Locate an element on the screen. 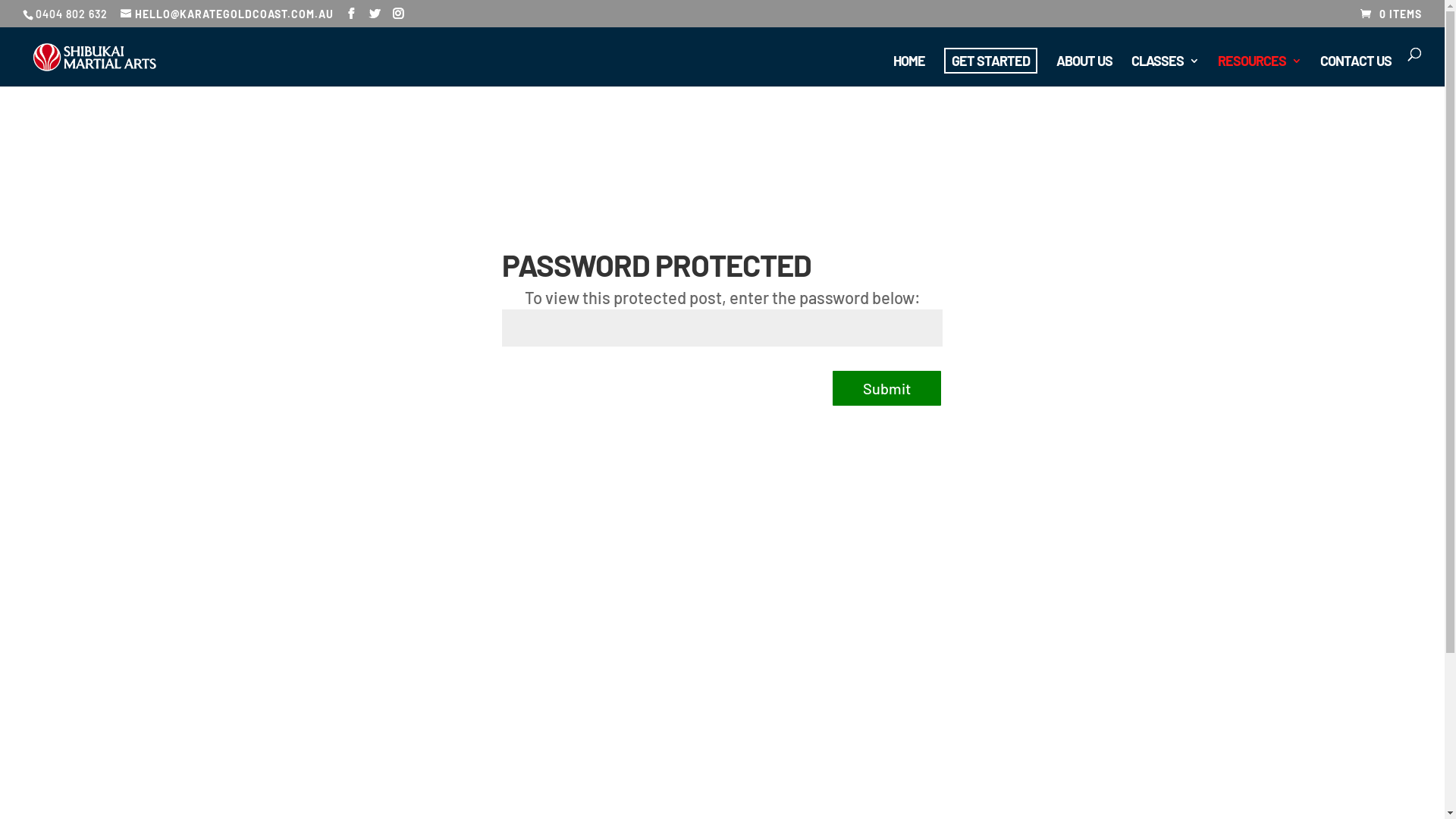  'HELLO@KARATEGOLDCOAST.COM.AU' is located at coordinates (226, 14).